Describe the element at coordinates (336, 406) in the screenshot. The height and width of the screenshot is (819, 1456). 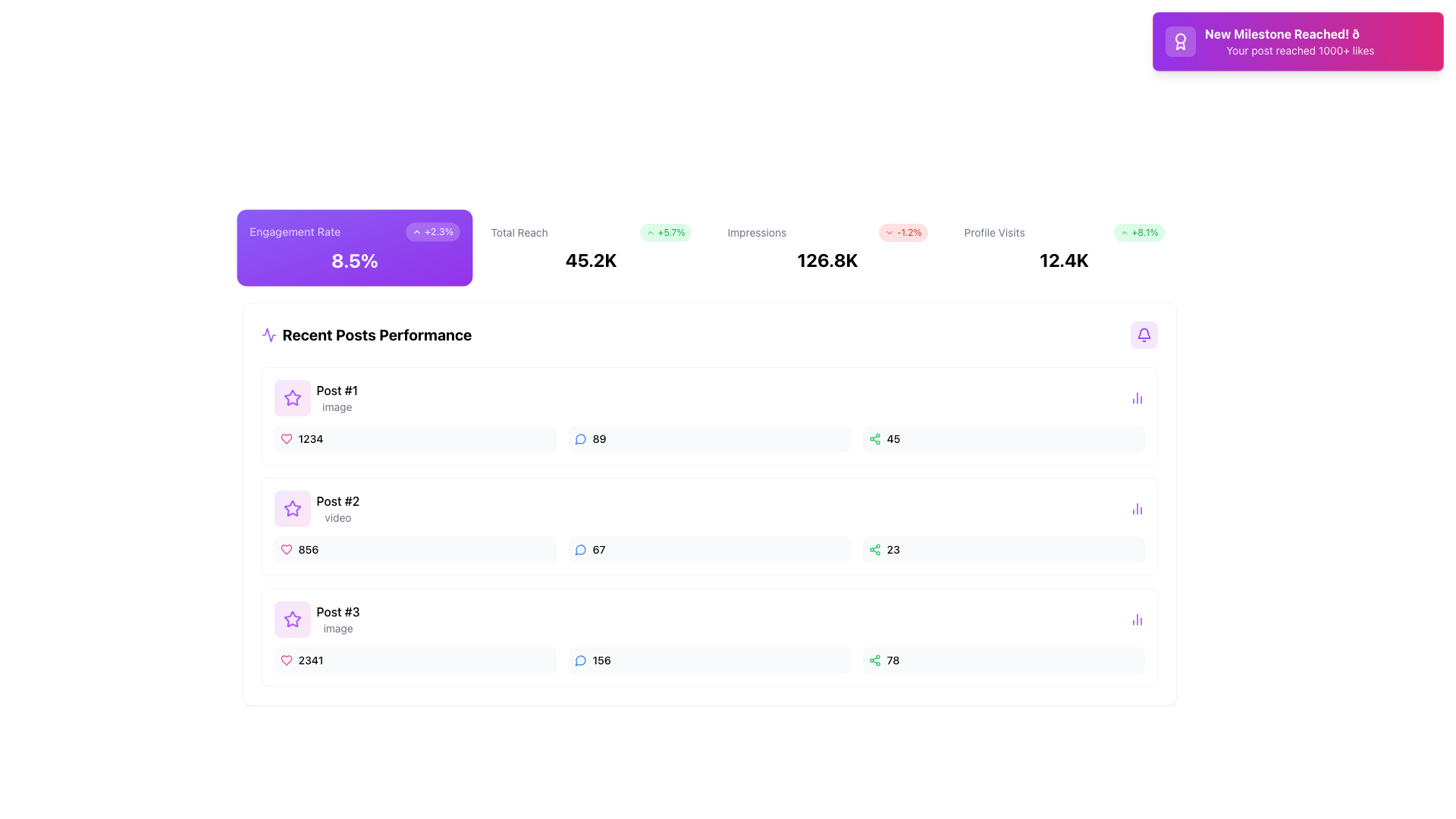
I see `the static text label displaying 'image' in small, gray-colored font, located beneath 'Post #1' in the 'Recent Posts Performance' section` at that location.